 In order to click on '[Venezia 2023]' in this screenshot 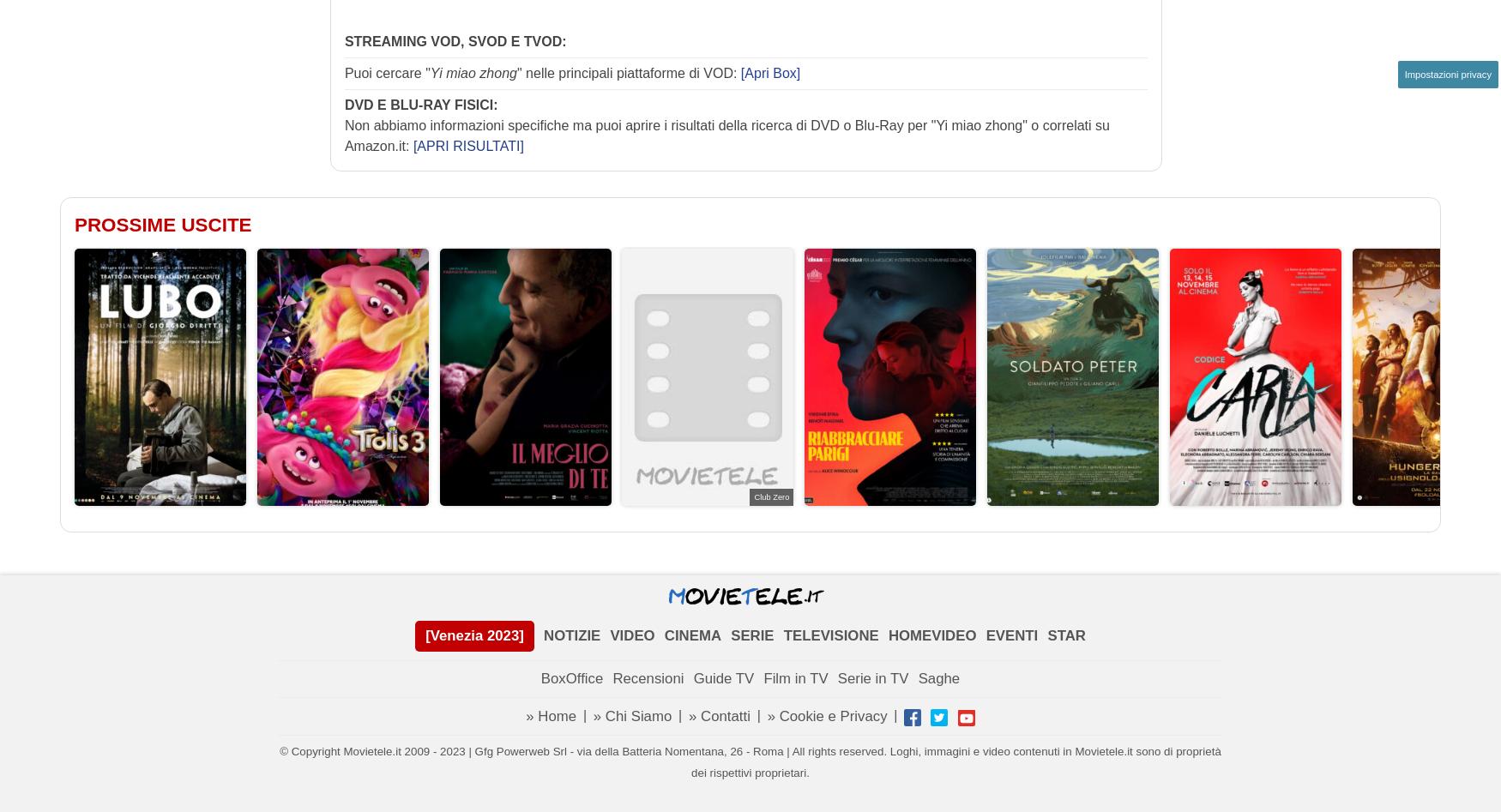, I will do `click(473, 635)`.